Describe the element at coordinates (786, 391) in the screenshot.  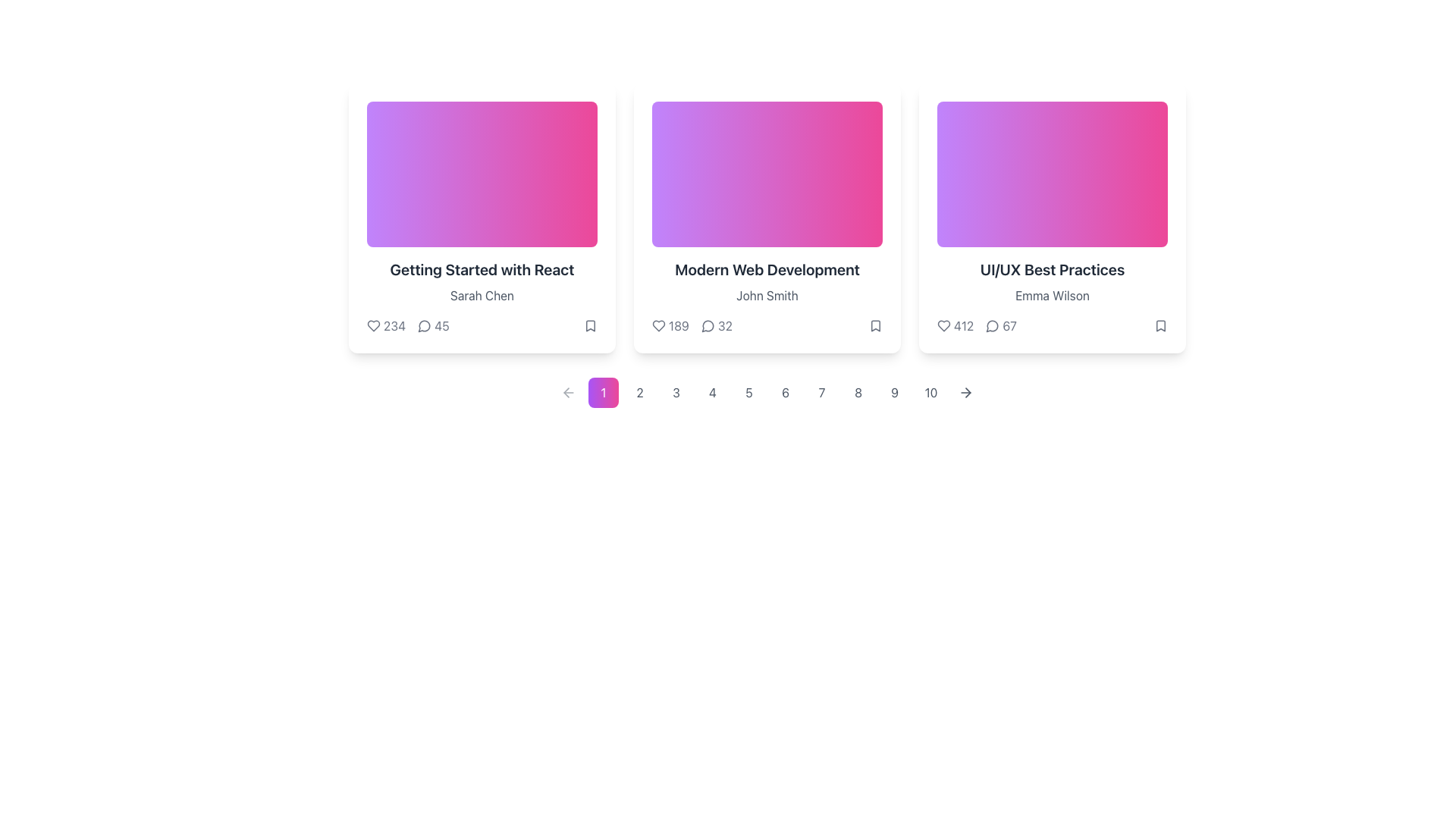
I see `the circular button displaying the number '6', which is part of a horizontal list of navigation buttons` at that location.